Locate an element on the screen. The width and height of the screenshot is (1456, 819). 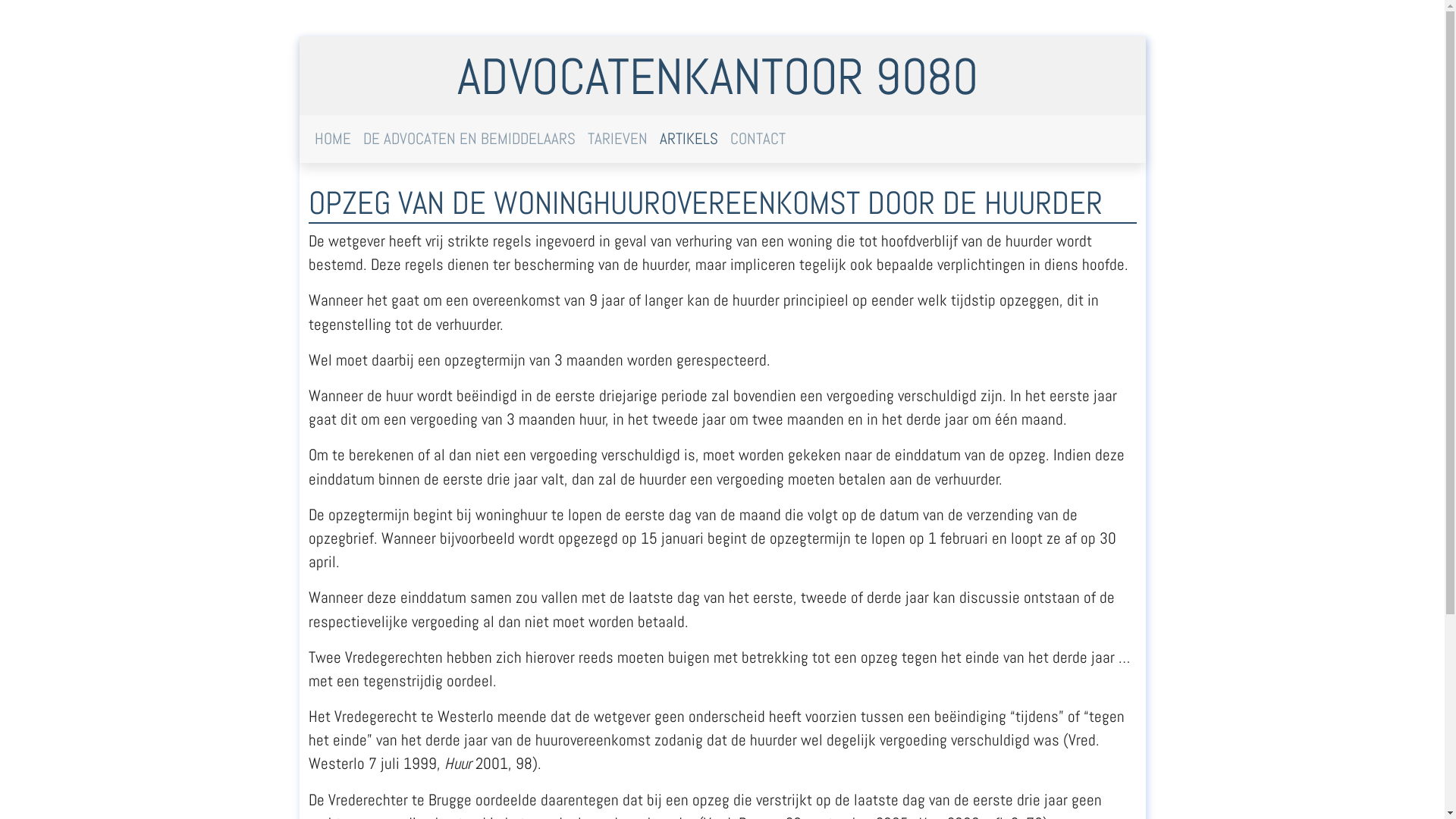
'TARIEVEN' is located at coordinates (617, 139).